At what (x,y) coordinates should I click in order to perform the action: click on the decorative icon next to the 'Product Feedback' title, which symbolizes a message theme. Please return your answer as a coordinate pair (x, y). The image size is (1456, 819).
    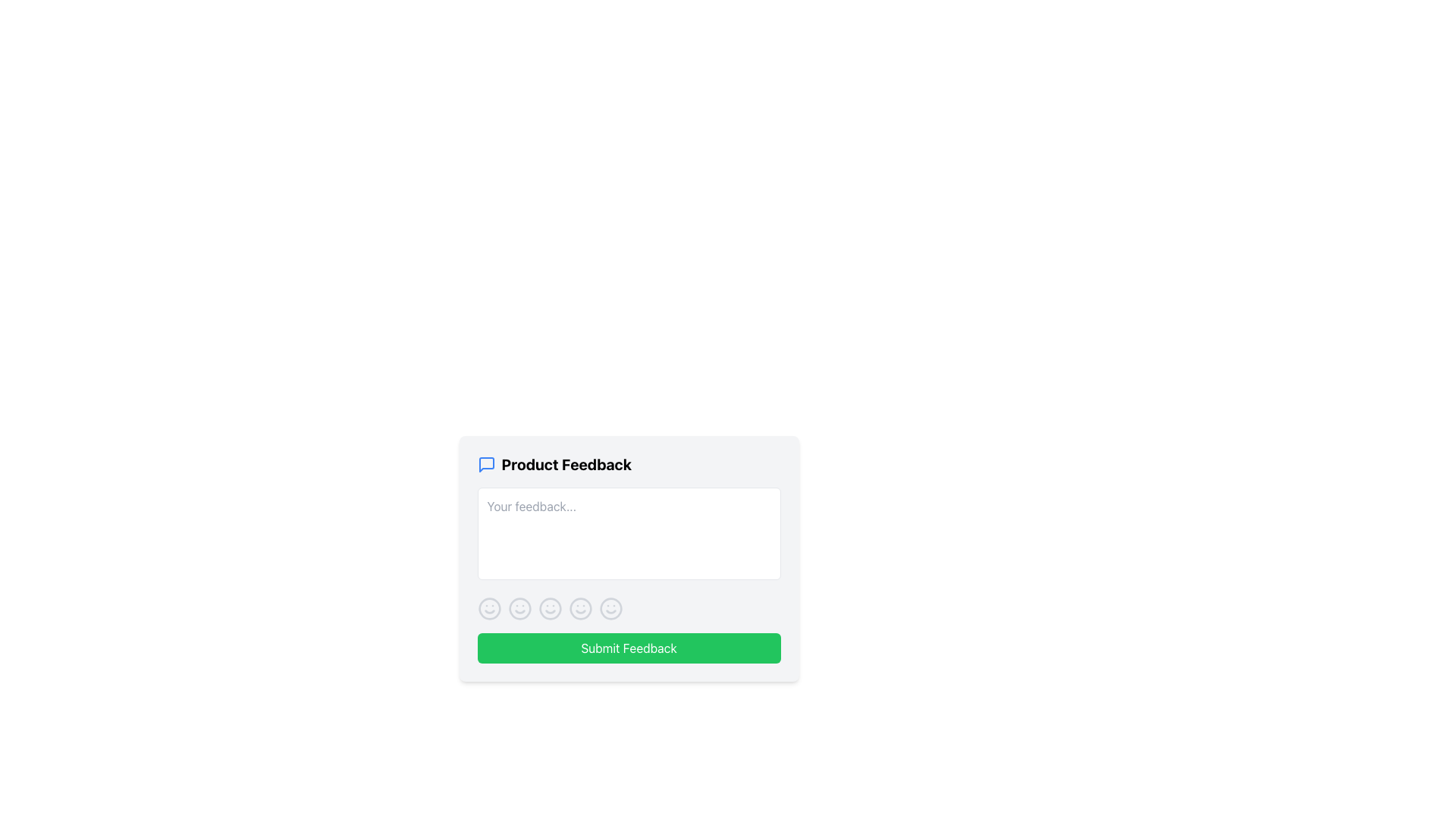
    Looking at the image, I should click on (486, 464).